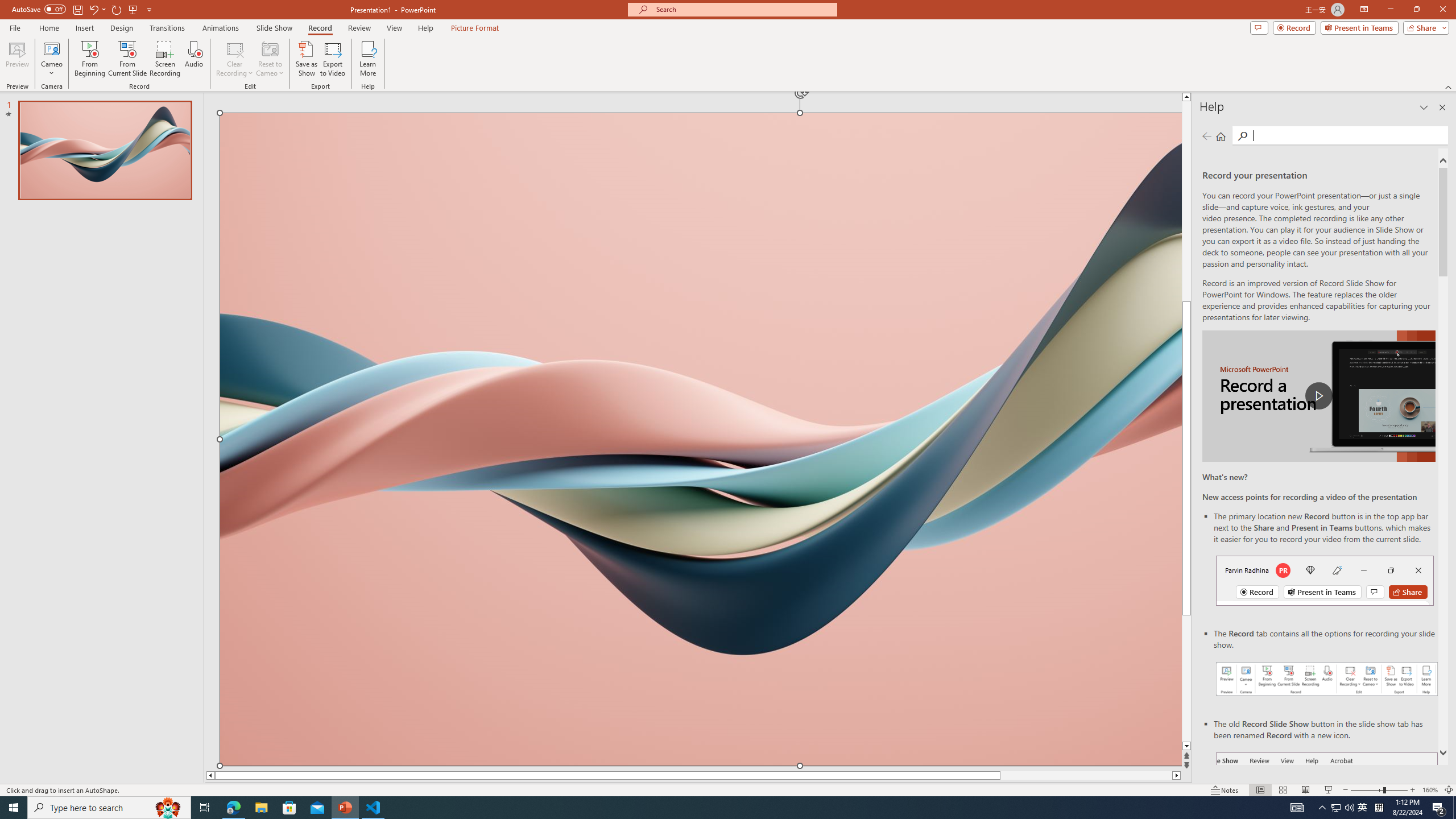 The image size is (1456, 819). I want to click on 'File Tab', so click(14, 27).